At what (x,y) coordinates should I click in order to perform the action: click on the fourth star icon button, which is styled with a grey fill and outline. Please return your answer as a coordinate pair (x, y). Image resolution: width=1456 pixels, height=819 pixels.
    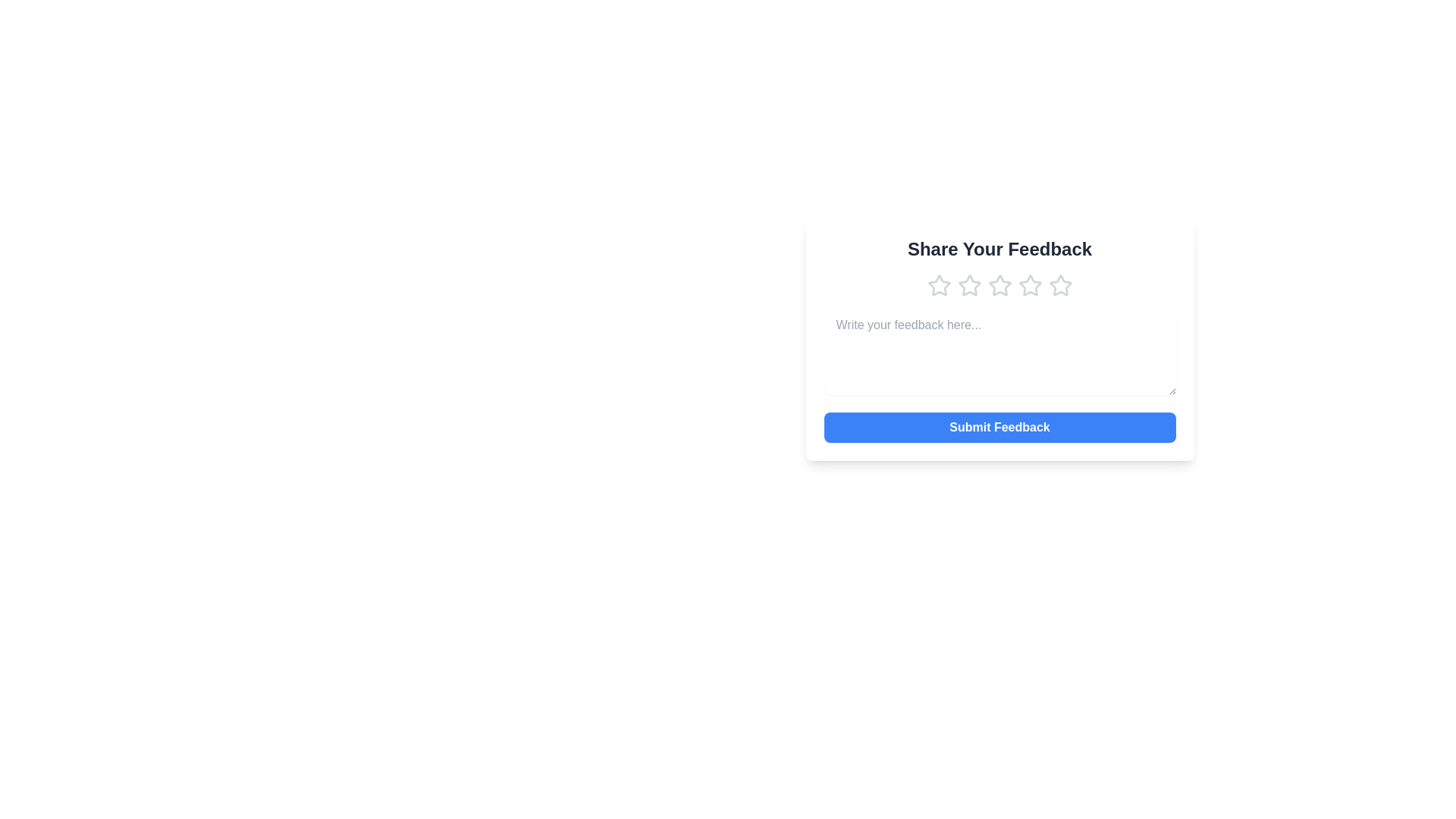
    Looking at the image, I should click on (1030, 286).